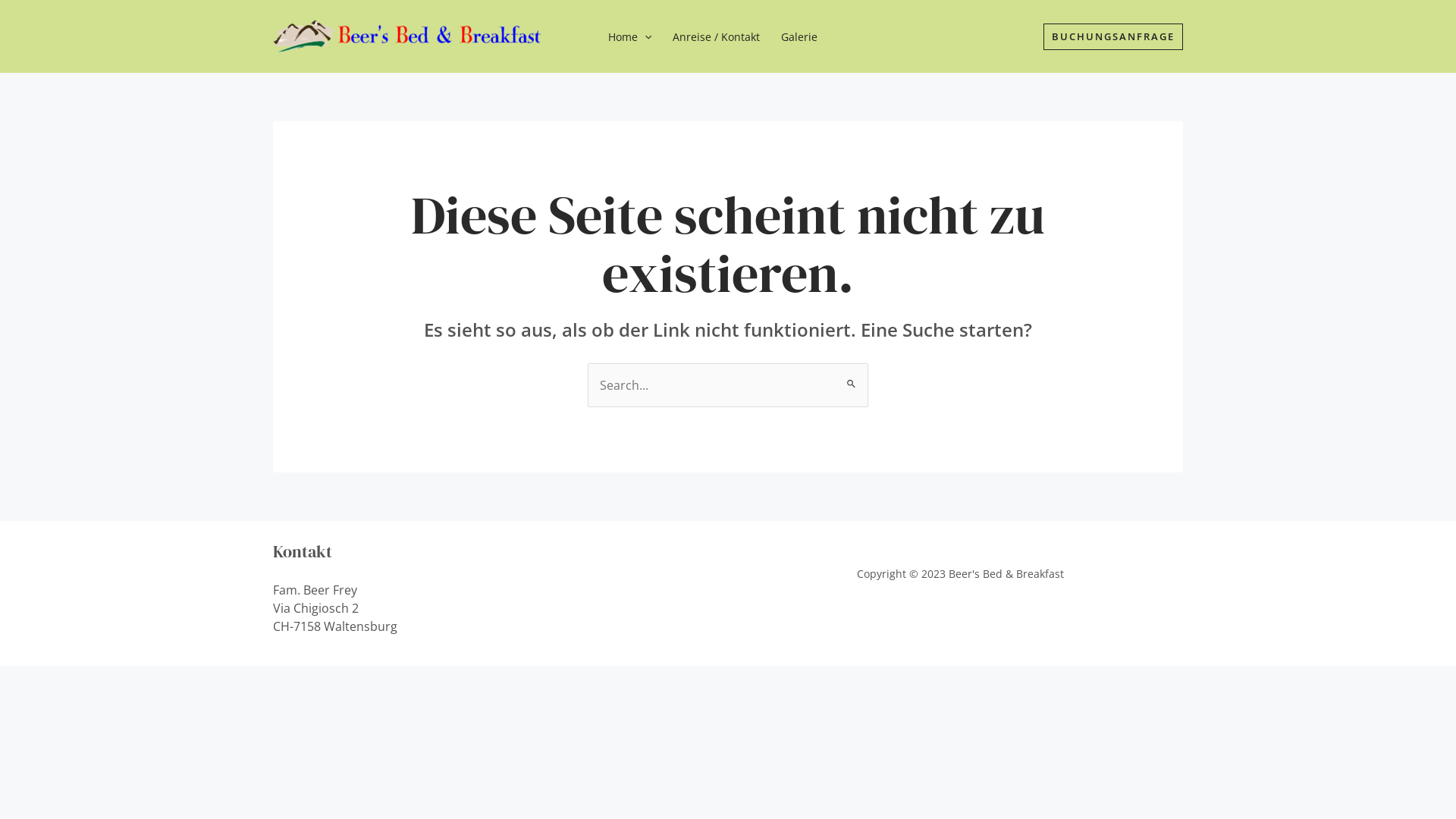 The height and width of the screenshot is (819, 1456). Describe the element at coordinates (851, 376) in the screenshot. I see `'Suche'` at that location.